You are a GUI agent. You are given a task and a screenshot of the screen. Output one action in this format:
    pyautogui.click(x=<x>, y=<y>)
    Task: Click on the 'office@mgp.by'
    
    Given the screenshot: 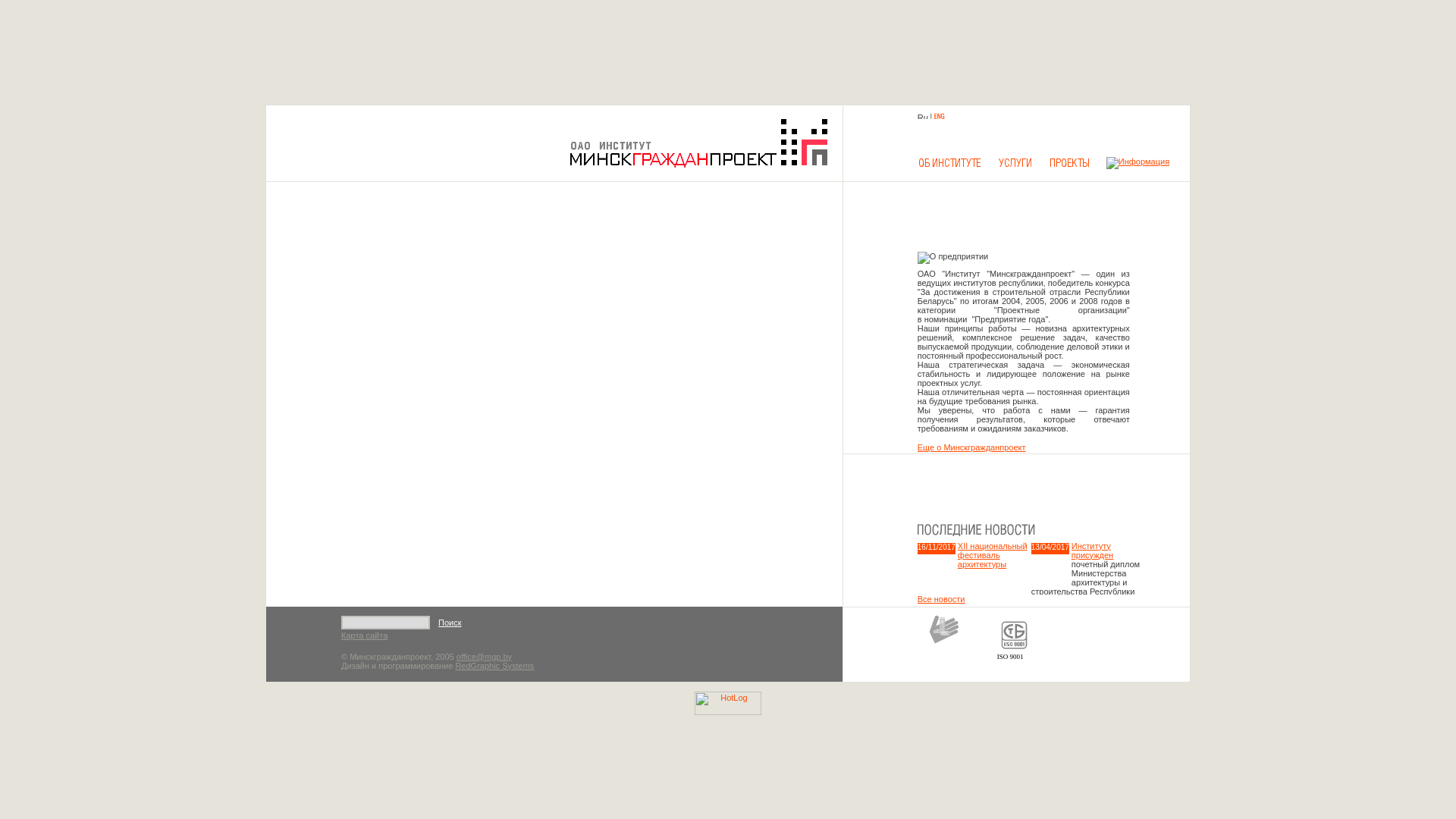 What is the action you would take?
    pyautogui.click(x=483, y=656)
    